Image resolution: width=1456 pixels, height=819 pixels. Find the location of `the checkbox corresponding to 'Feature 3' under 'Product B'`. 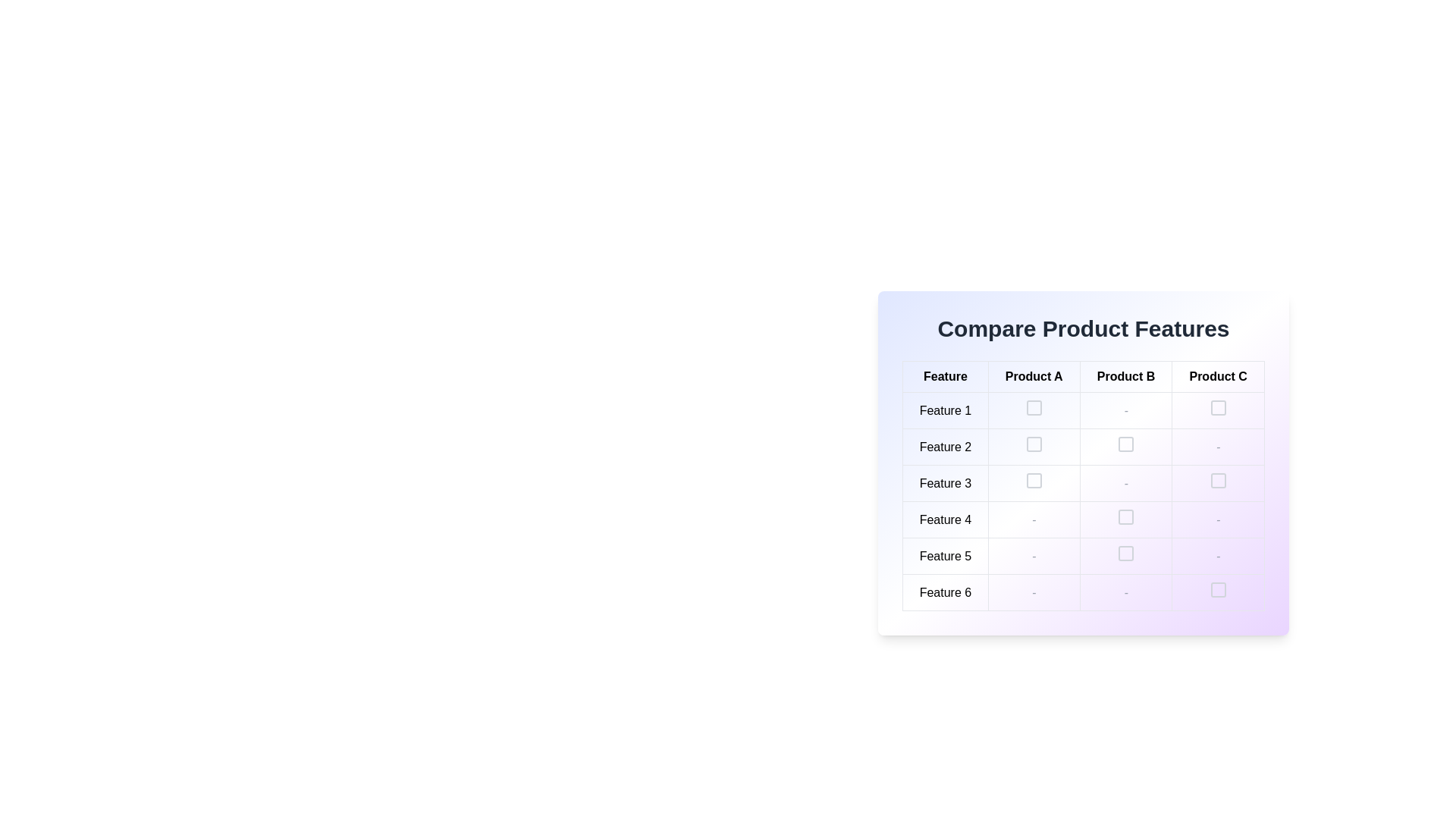

the checkbox corresponding to 'Feature 3' under 'Product B' is located at coordinates (1083, 501).